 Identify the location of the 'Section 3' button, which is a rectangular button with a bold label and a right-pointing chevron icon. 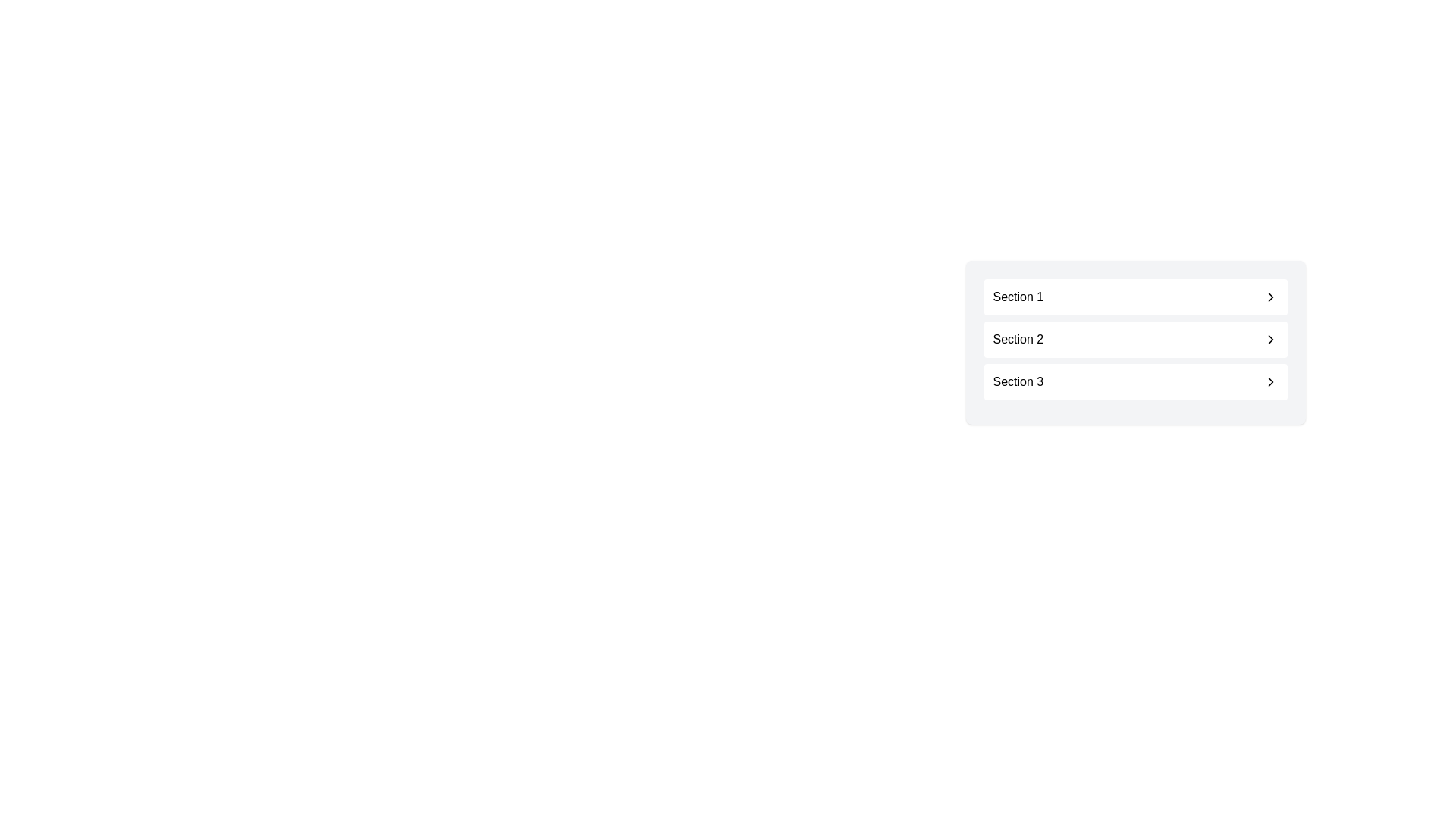
(1135, 381).